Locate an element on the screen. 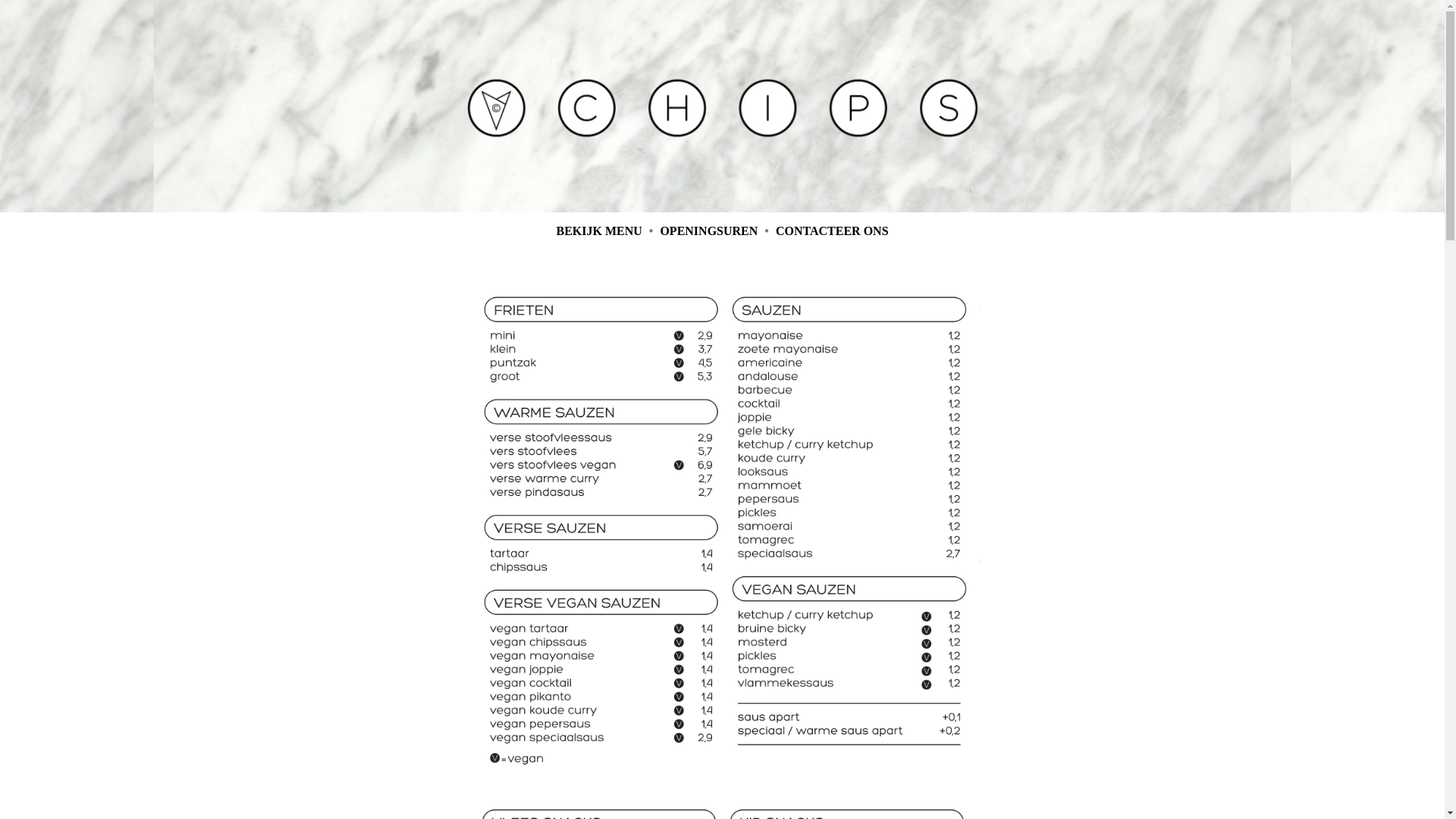 The height and width of the screenshot is (819, 1456). 'BEKIJK MENU' is located at coordinates (598, 231).